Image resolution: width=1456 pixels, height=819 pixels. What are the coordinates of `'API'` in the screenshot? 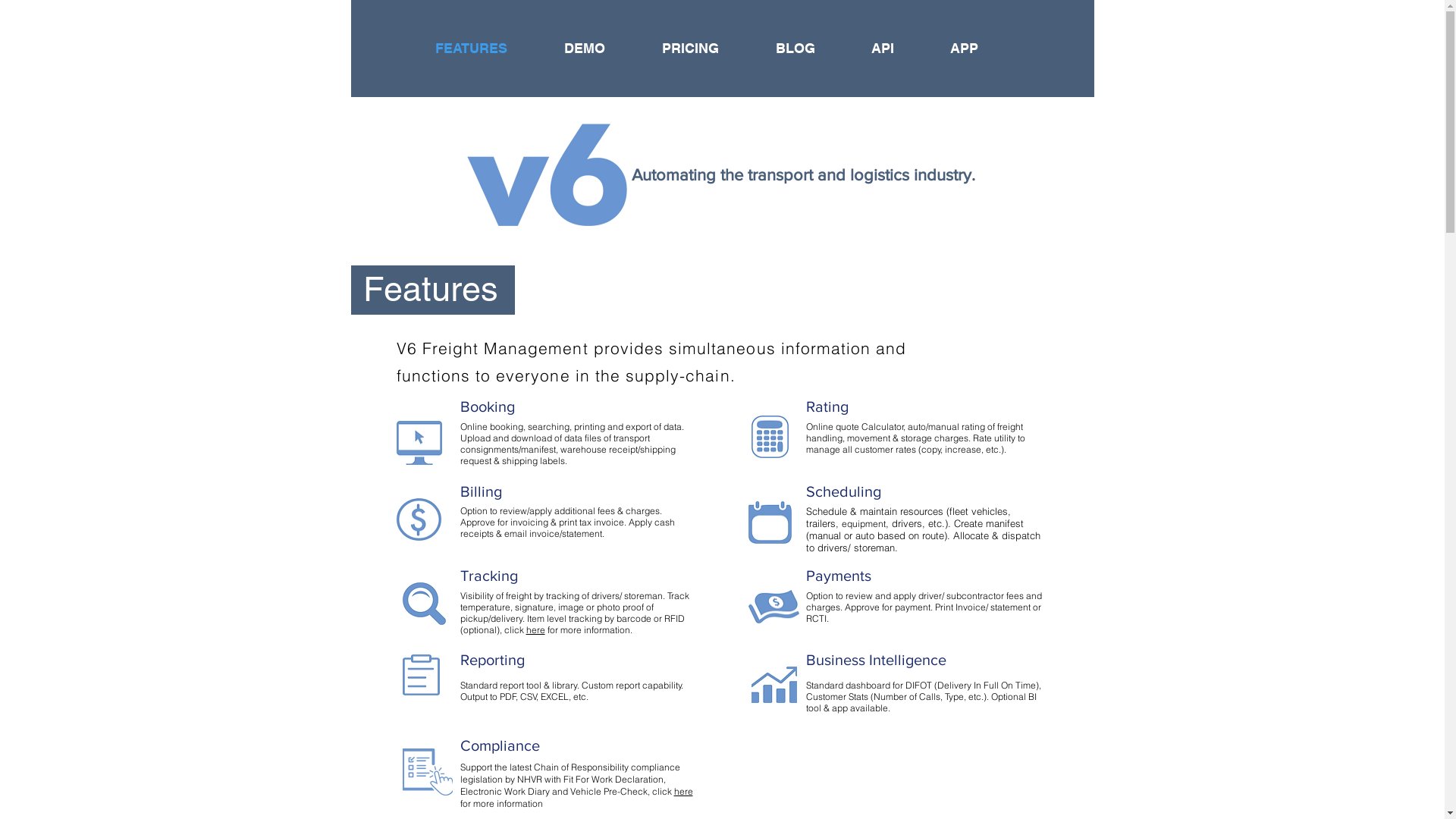 It's located at (899, 48).